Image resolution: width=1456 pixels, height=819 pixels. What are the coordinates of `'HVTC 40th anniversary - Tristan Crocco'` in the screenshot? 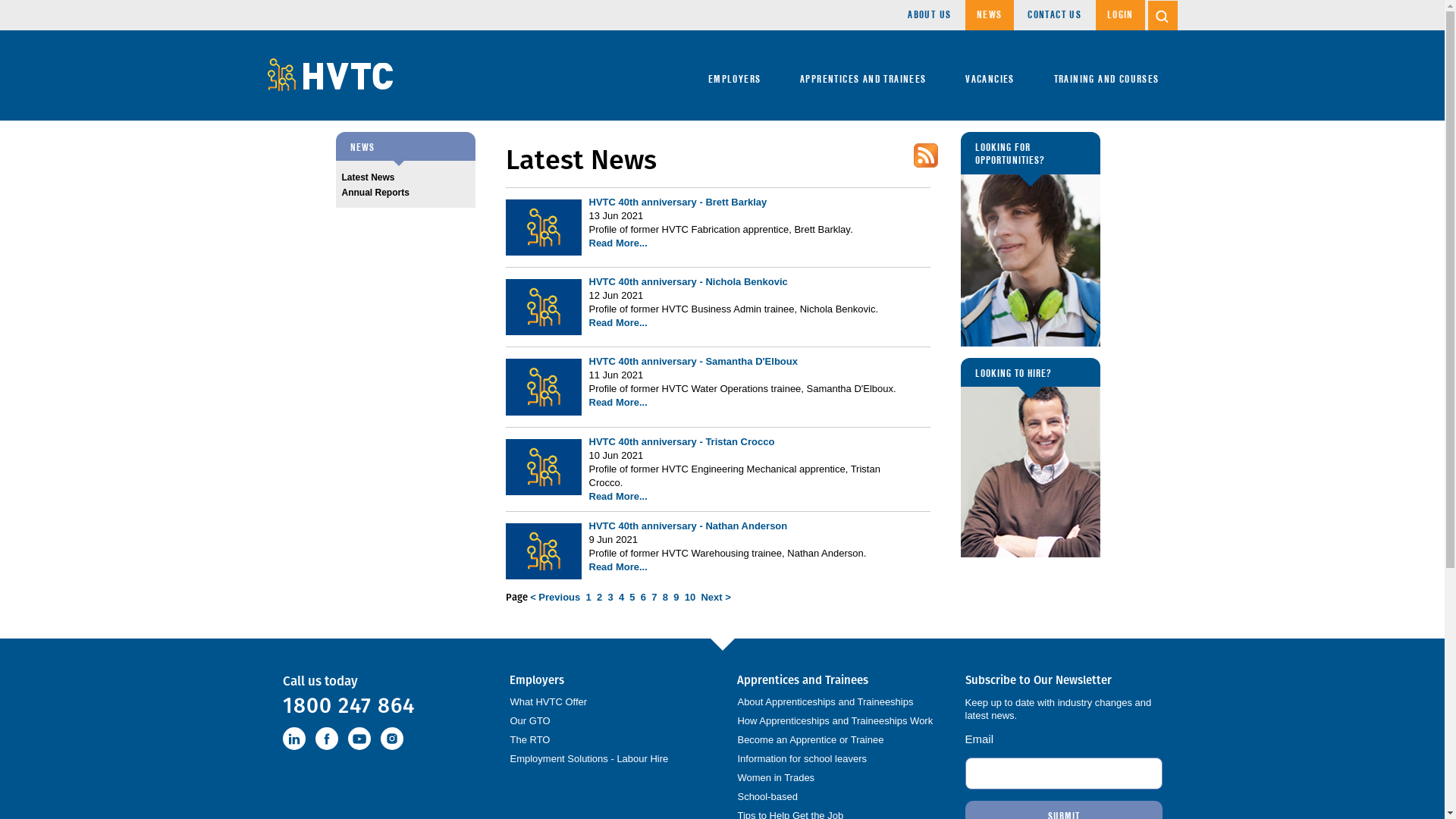 It's located at (680, 441).